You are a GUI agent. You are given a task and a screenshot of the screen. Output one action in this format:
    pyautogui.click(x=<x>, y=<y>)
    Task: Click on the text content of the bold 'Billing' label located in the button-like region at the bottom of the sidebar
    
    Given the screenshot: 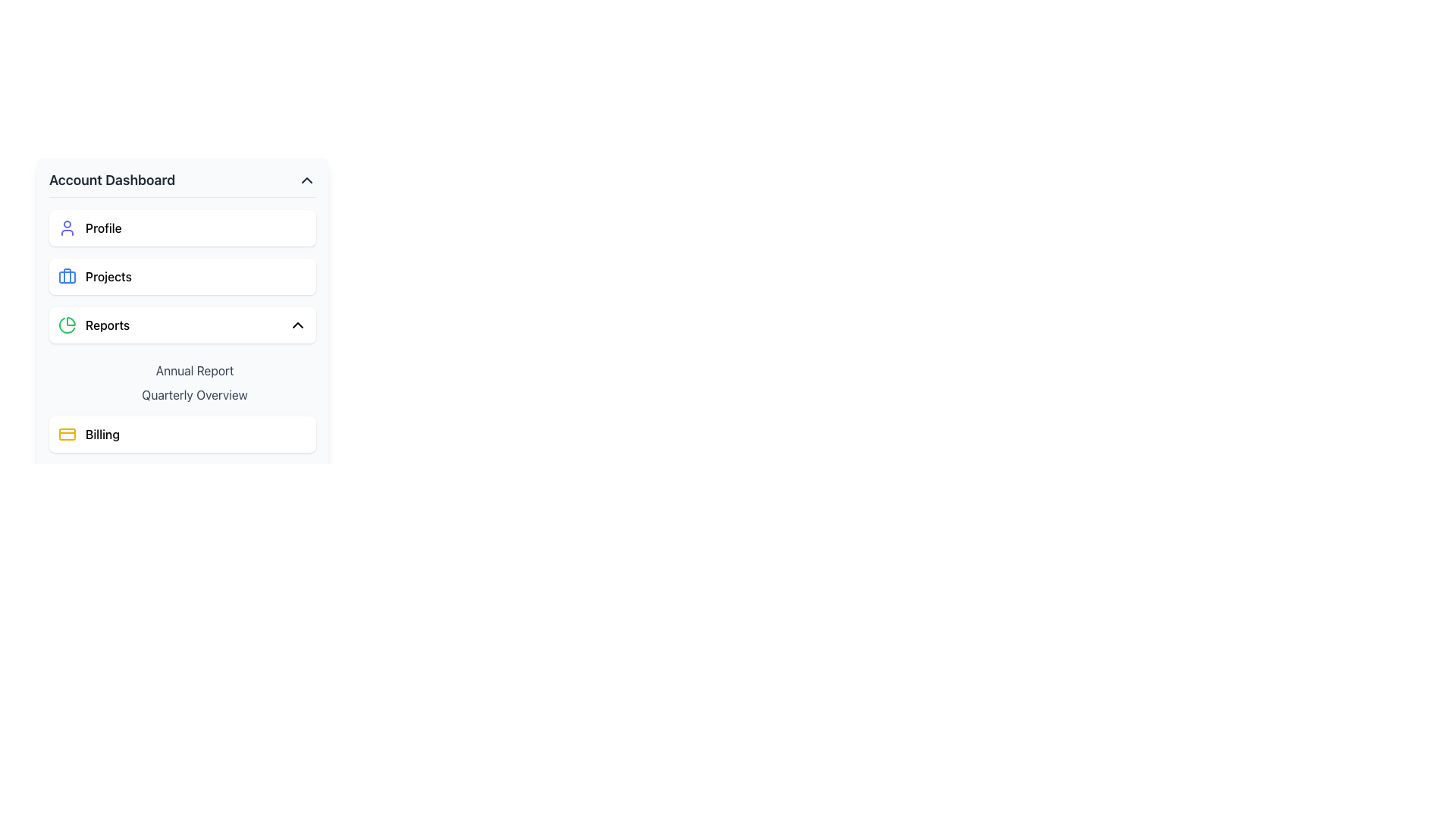 What is the action you would take?
    pyautogui.click(x=102, y=435)
    